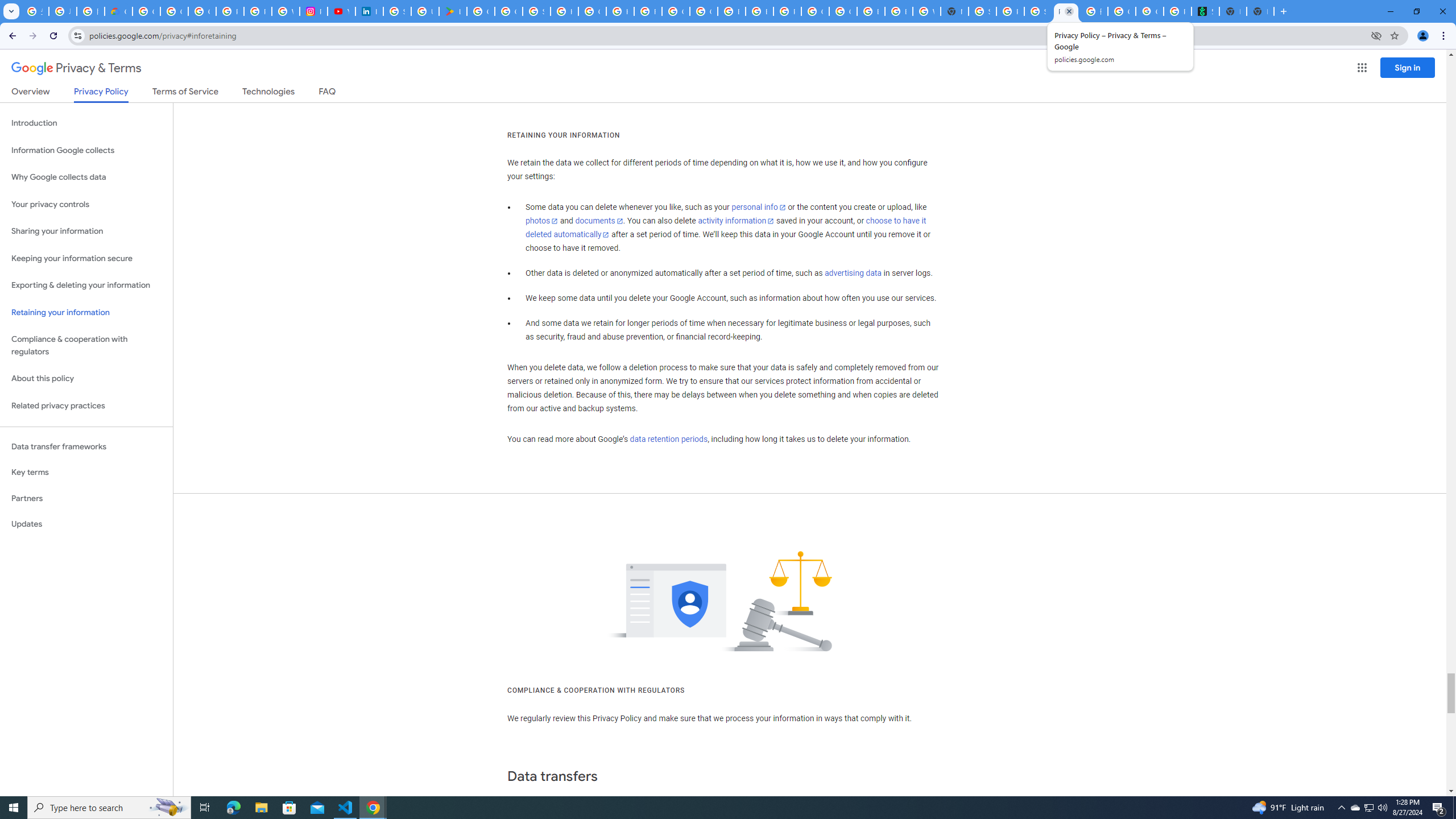 Image resolution: width=1456 pixels, height=819 pixels. Describe the element at coordinates (725, 228) in the screenshot. I see `'choose to have it deleted automatically'` at that location.